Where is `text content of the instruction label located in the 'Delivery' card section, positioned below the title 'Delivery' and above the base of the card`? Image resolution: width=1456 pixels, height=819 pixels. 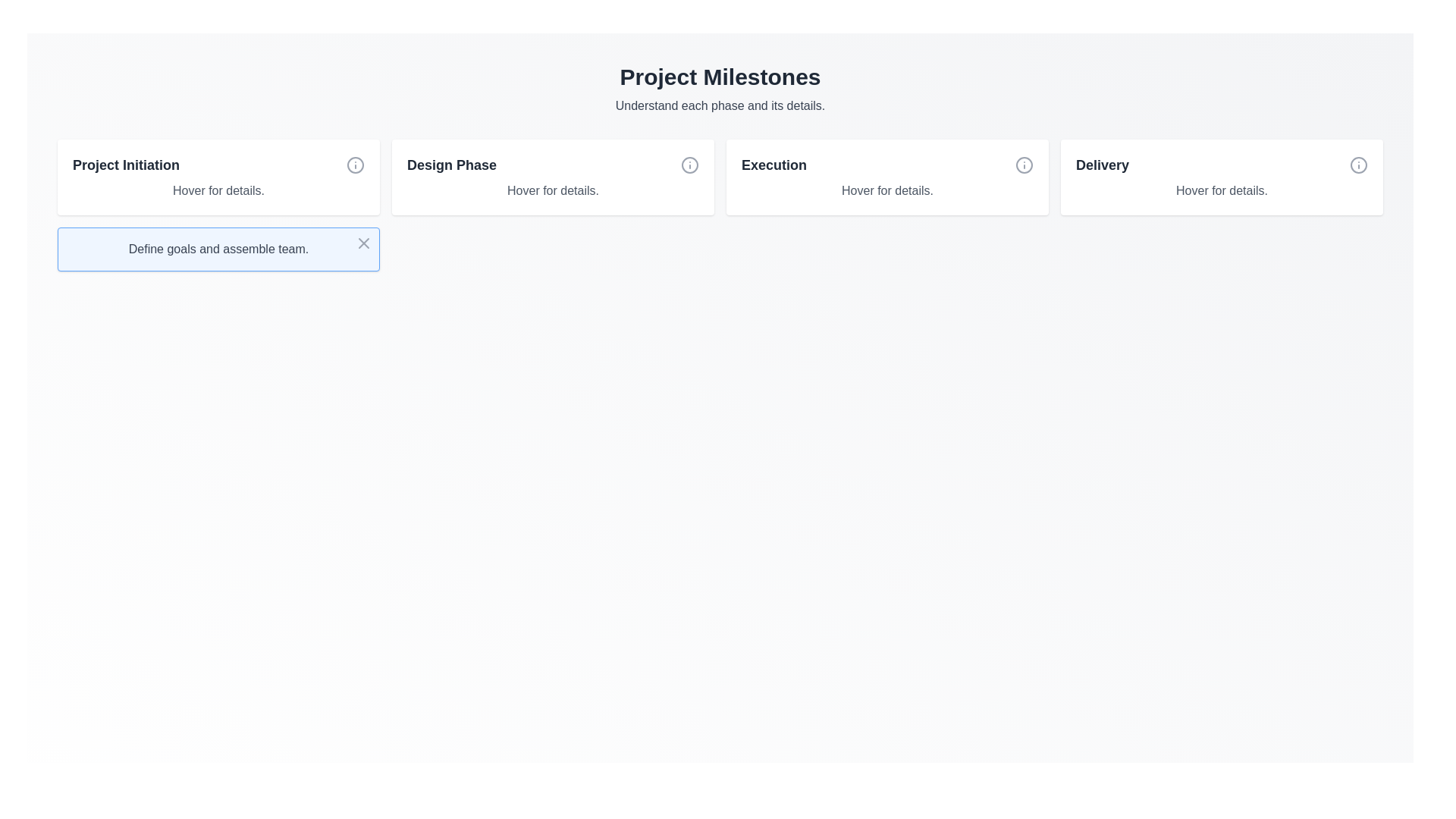 text content of the instruction label located in the 'Delivery' card section, positioned below the title 'Delivery' and above the base of the card is located at coordinates (1222, 190).